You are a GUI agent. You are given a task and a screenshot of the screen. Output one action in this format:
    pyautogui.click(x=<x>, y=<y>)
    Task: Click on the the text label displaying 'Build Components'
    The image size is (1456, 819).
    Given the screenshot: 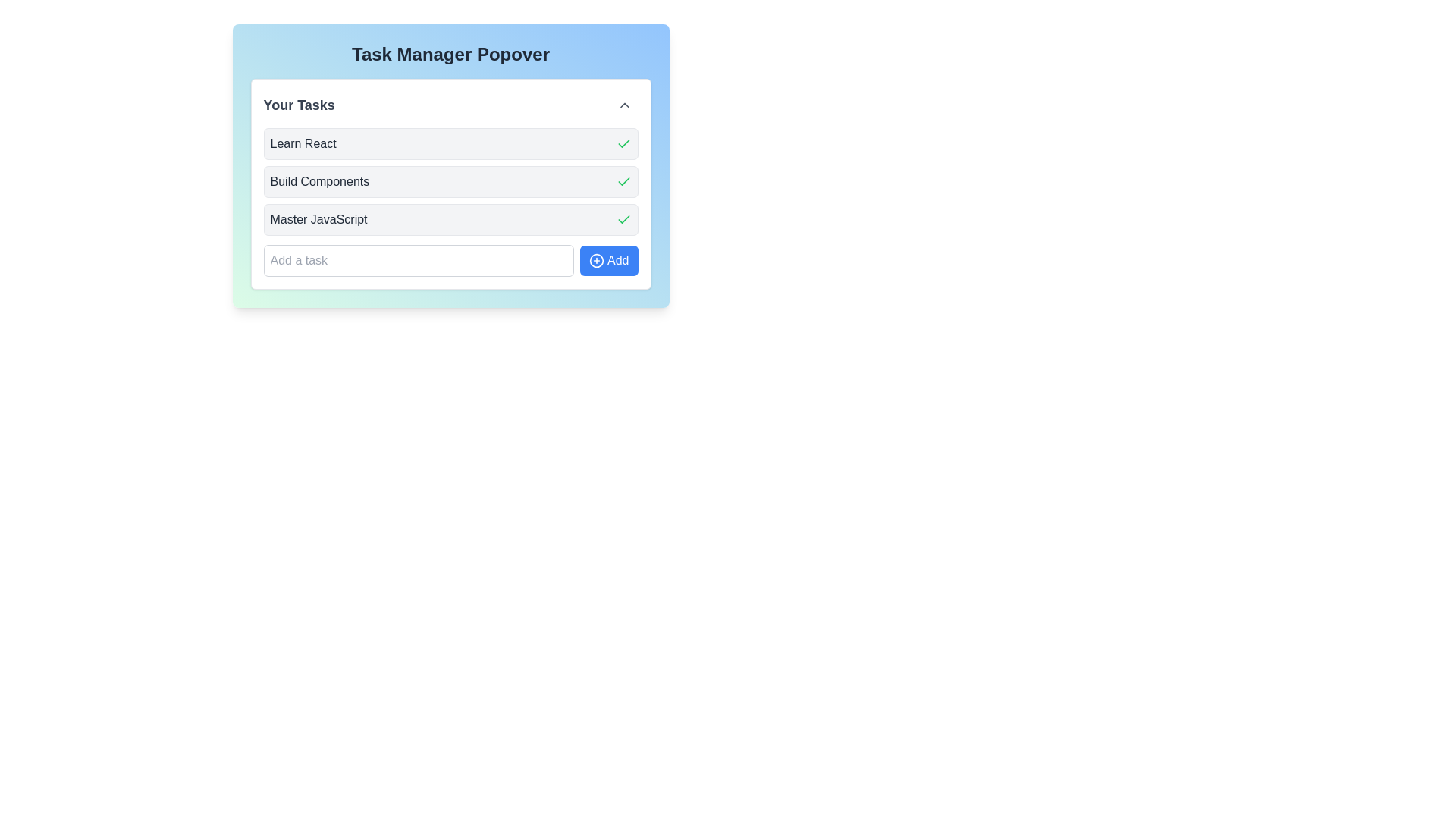 What is the action you would take?
    pyautogui.click(x=318, y=180)
    